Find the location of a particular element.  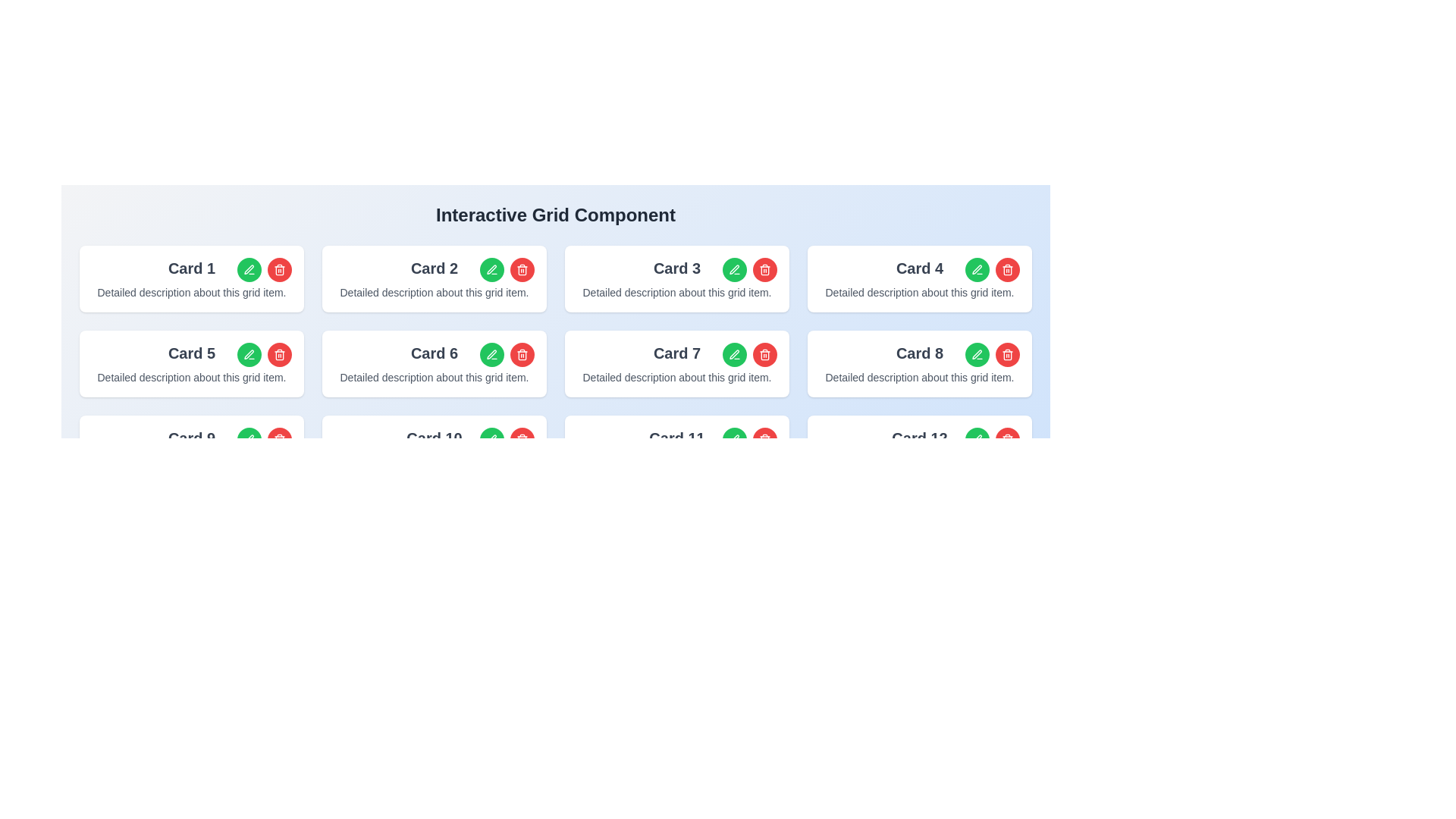

the circular edit button located at the top-right corner of 'Card 8', which is the first button in a horizontal group next to a red circular trash can button is located at coordinates (977, 354).